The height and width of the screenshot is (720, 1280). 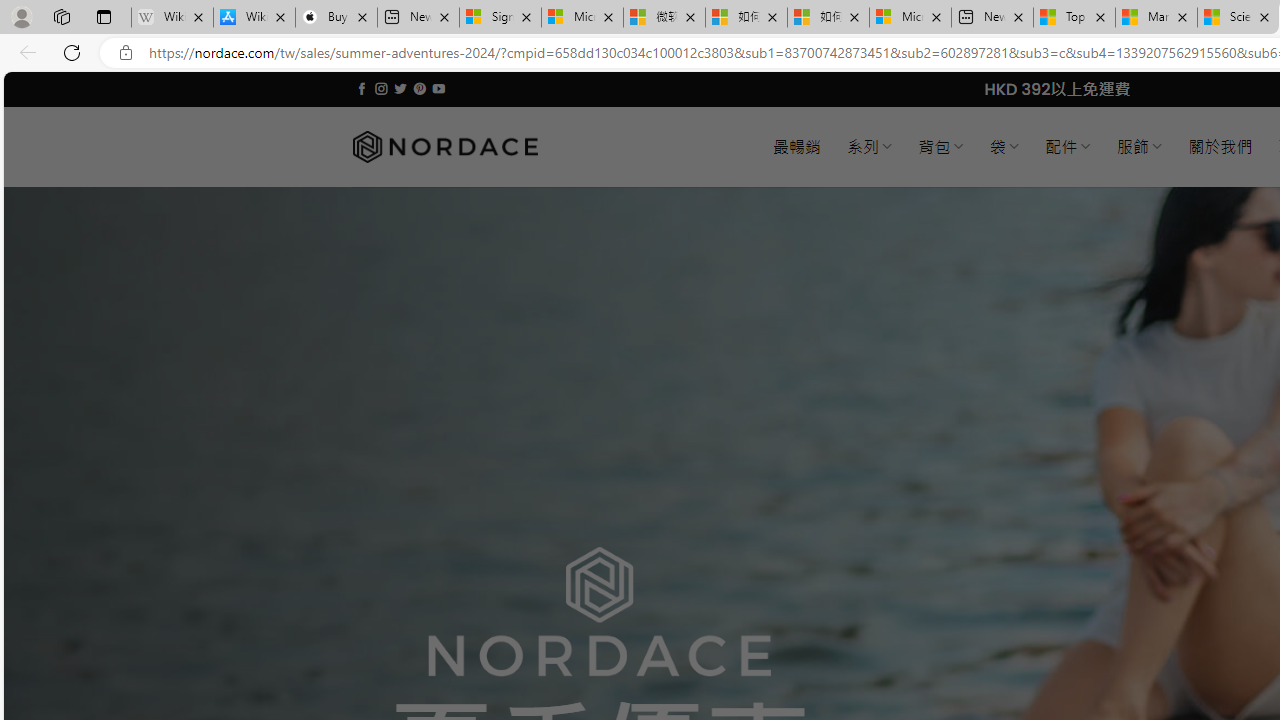 I want to click on 'Microsoft account | Account Checkup', so click(x=909, y=17).